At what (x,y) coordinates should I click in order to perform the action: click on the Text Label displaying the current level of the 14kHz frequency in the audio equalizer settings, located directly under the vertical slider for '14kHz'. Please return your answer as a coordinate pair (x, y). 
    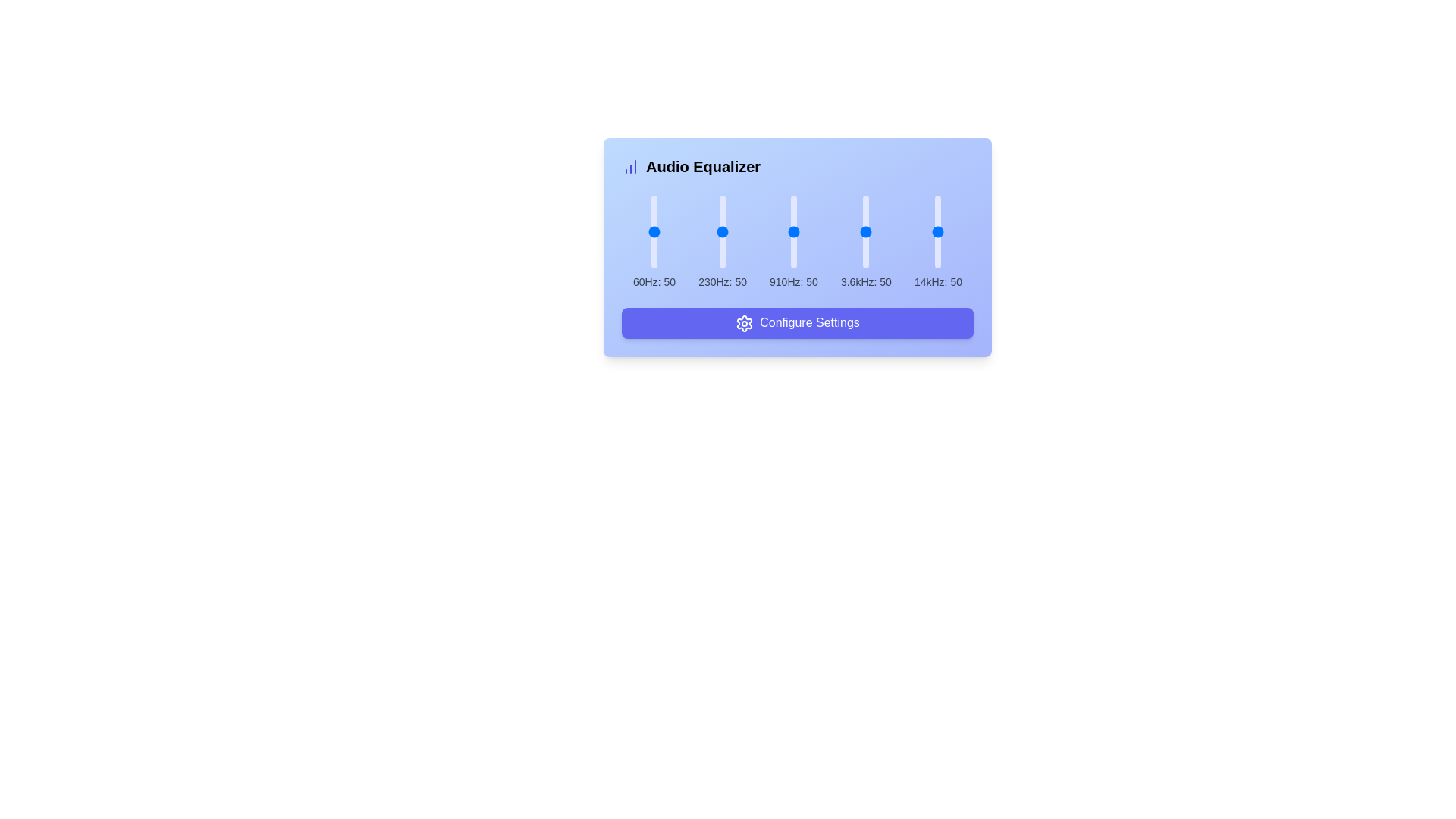
    Looking at the image, I should click on (937, 281).